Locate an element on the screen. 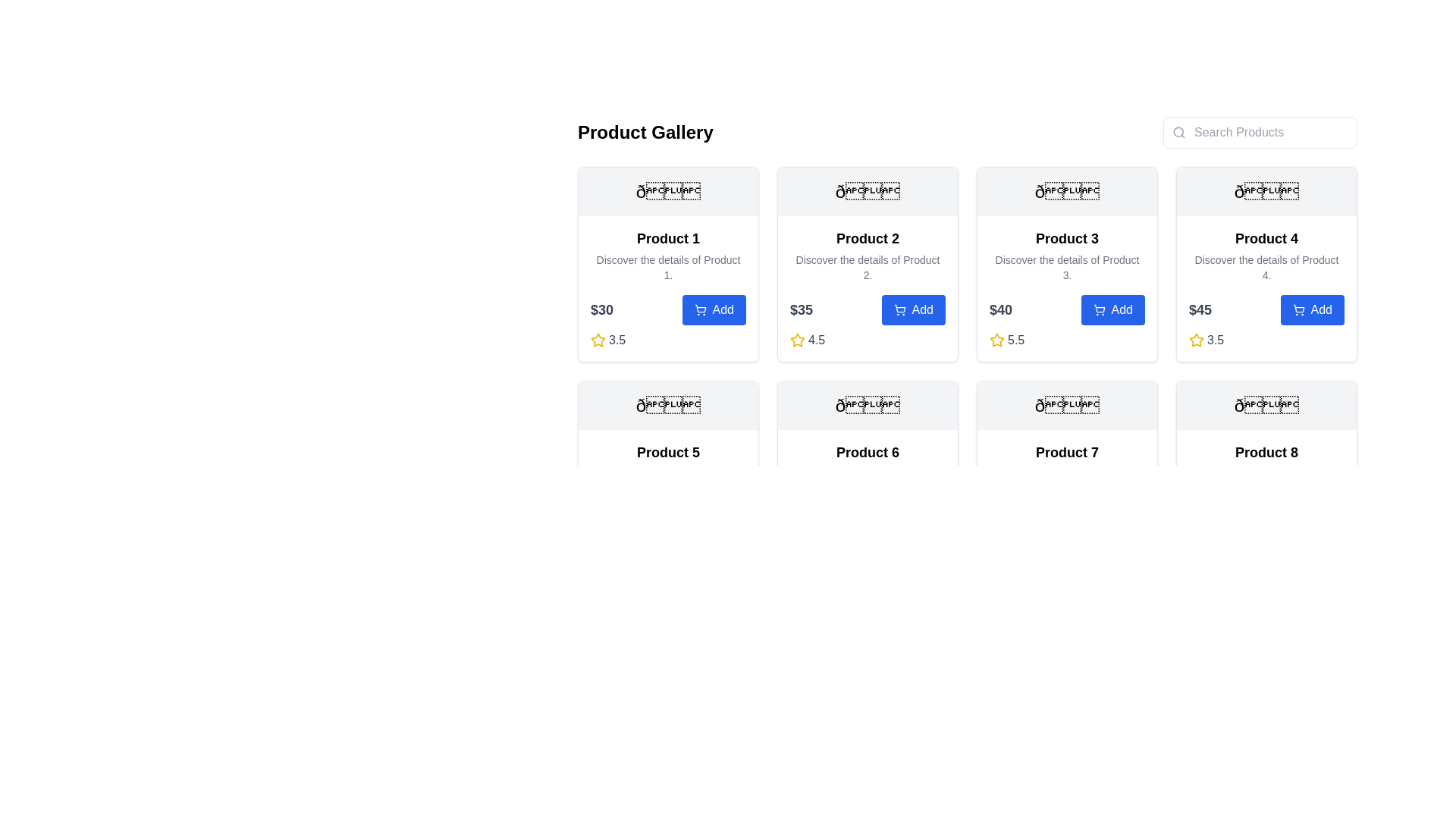 This screenshot has height=819, width=1456. the star icon indicating a 4.5 rating located in the Product 2 card of the product gallery, situated in the second column of the first row is located at coordinates (796, 339).